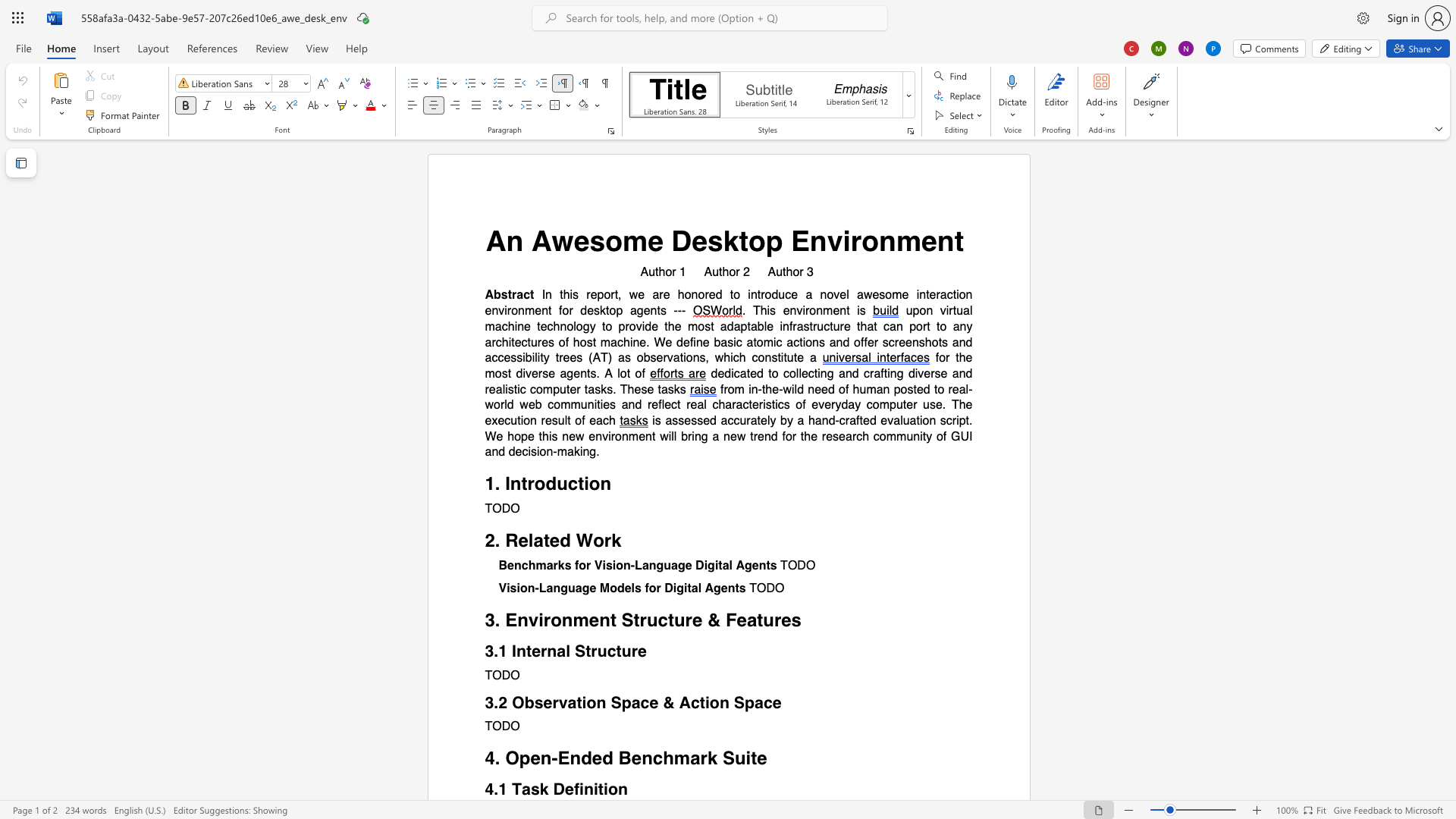  Describe the element at coordinates (764, 358) in the screenshot. I see `the subset text "nsti" within the text "constitute"` at that location.